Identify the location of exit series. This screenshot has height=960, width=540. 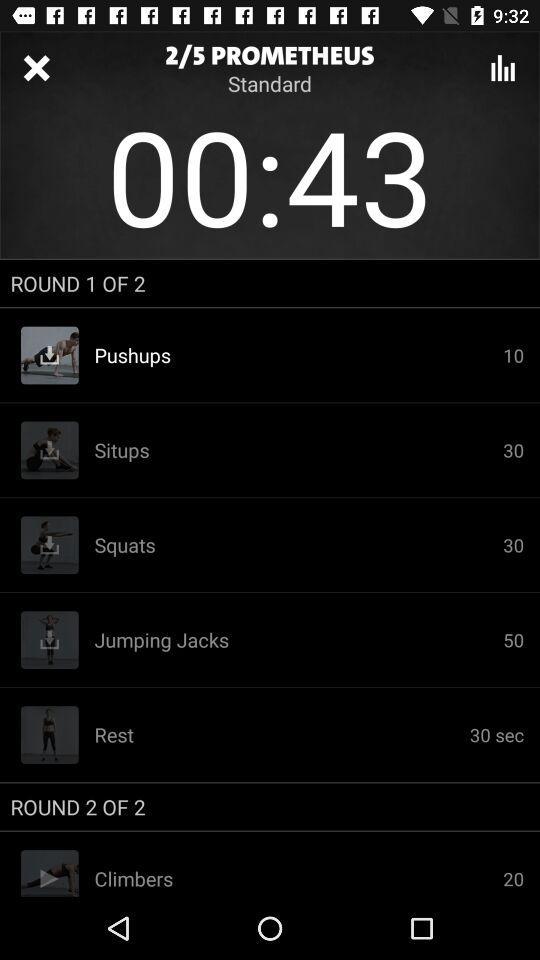
(36, 68).